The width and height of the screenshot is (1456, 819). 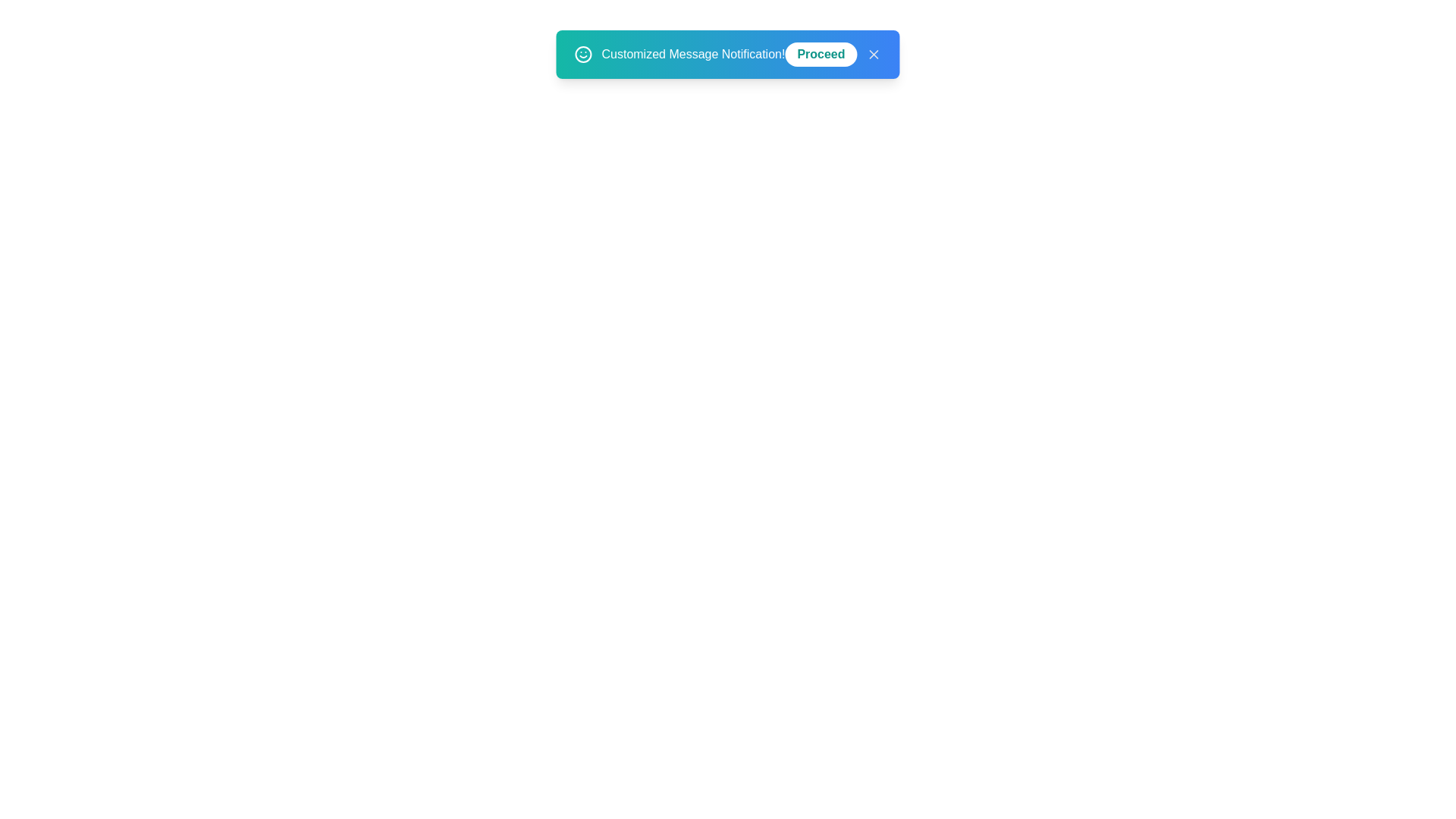 What do you see at coordinates (692, 54) in the screenshot?
I see `the text to select it` at bounding box center [692, 54].